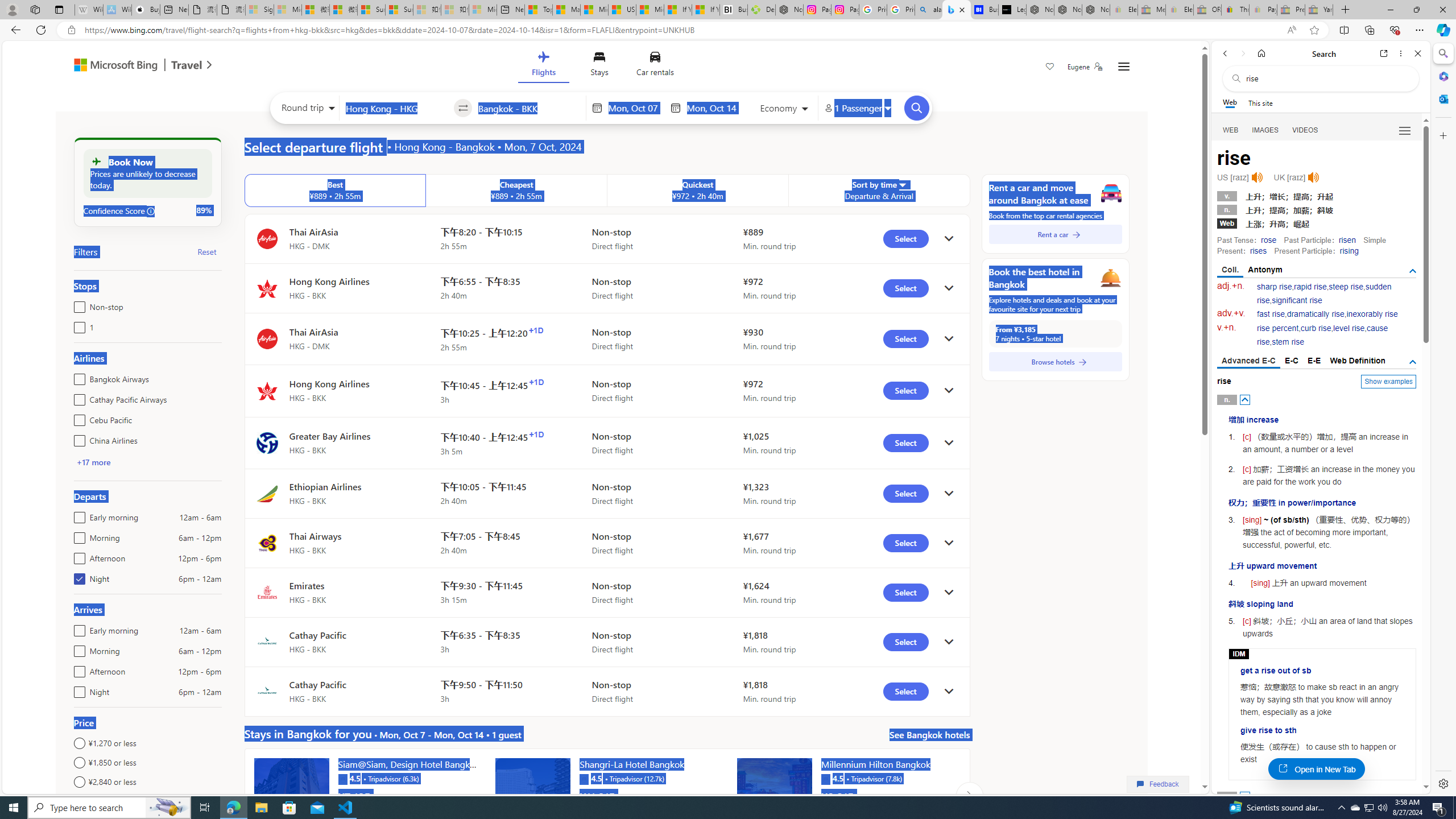  Describe the element at coordinates (774, 795) in the screenshot. I see `'hotel card image'` at that location.